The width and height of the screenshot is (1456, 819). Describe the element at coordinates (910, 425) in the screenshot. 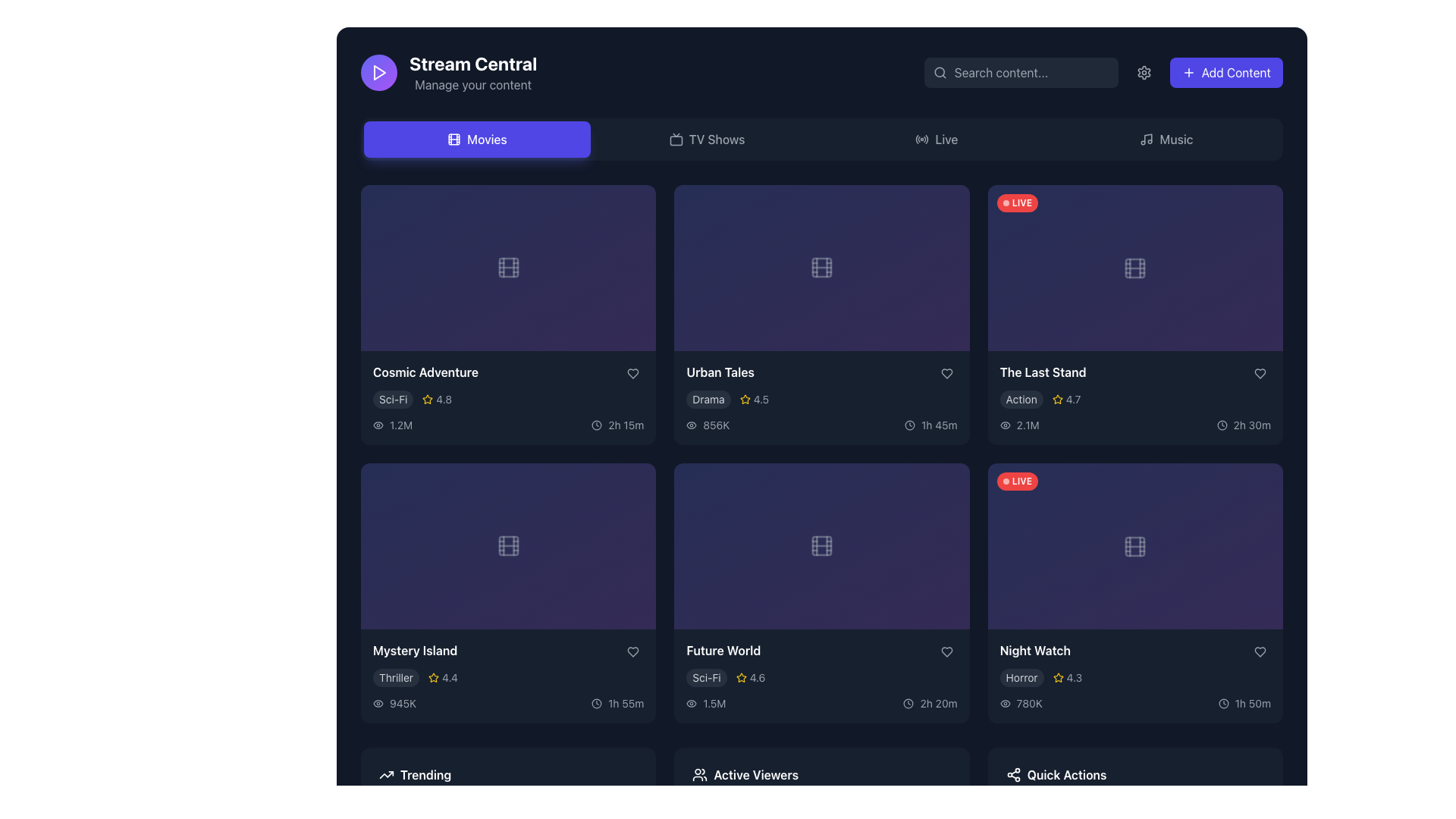

I see `the small clock icon representing time, located to the left of the duration text '1h 45m' in the bottom section of the card for the movie 'Urban Tales.'` at that location.